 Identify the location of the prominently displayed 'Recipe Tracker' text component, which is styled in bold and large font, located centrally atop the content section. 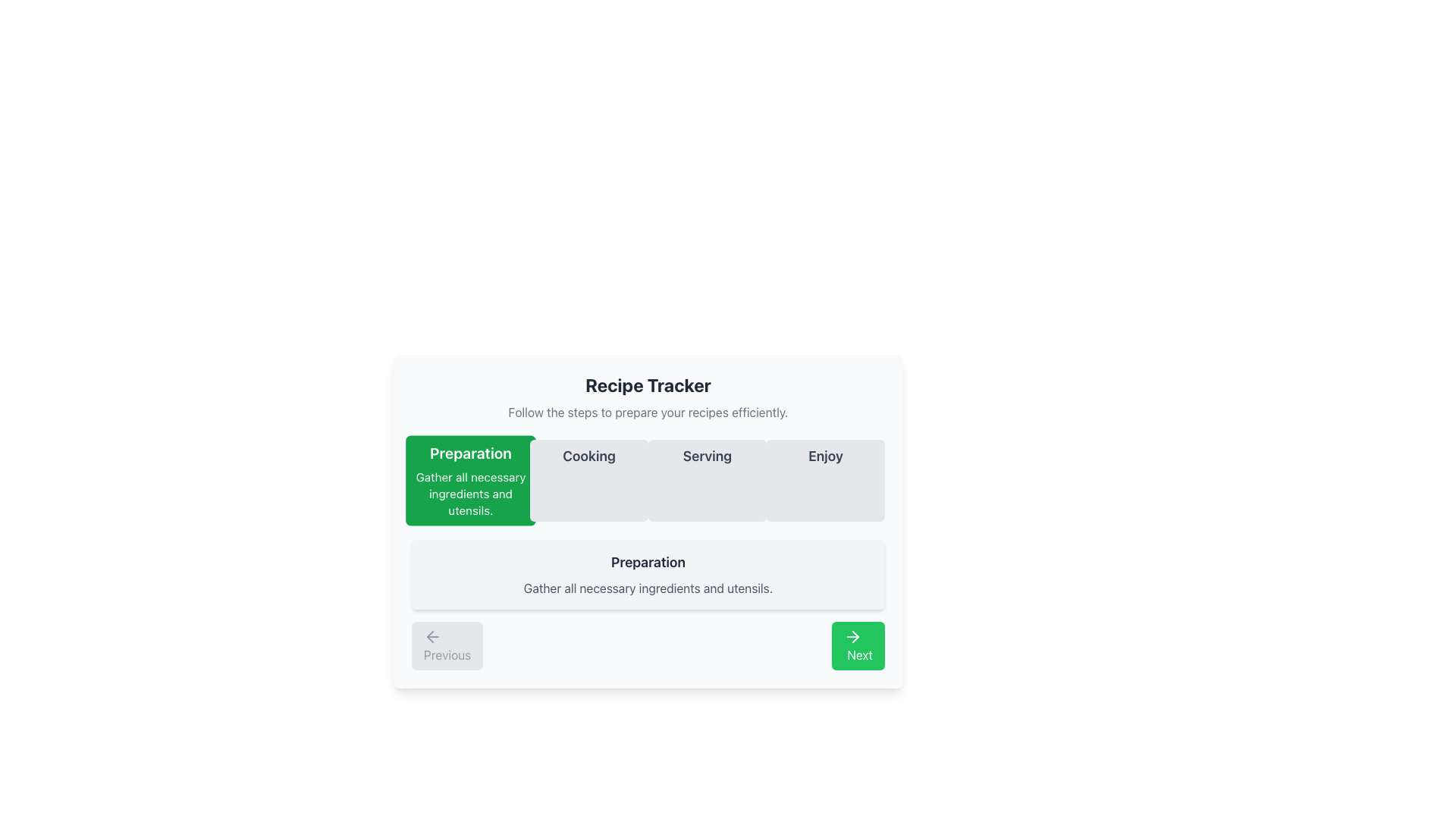
(648, 384).